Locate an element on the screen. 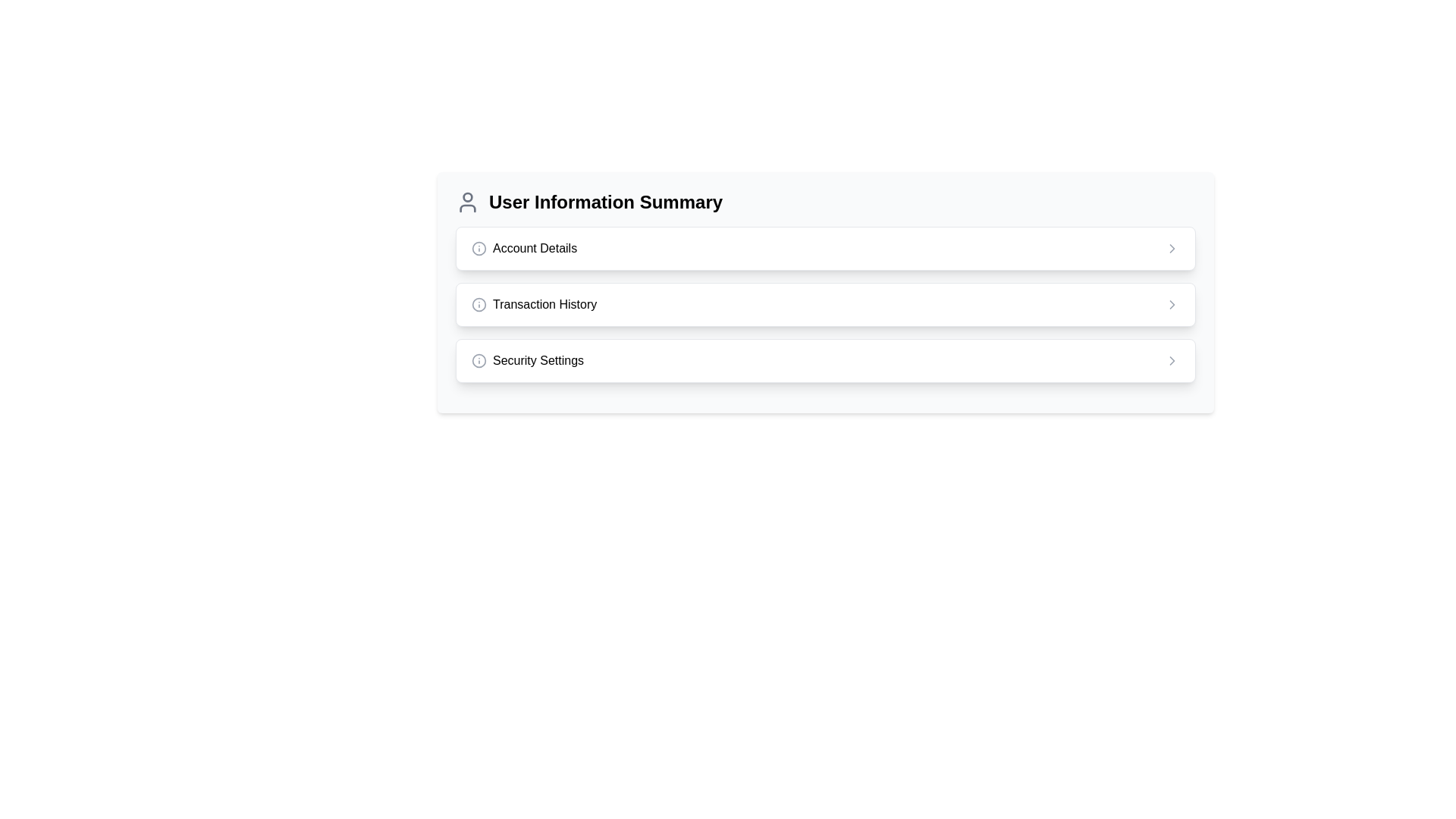 The image size is (1456, 819). the 'Transaction History' clickable list item using keyboard navigation is located at coordinates (825, 304).